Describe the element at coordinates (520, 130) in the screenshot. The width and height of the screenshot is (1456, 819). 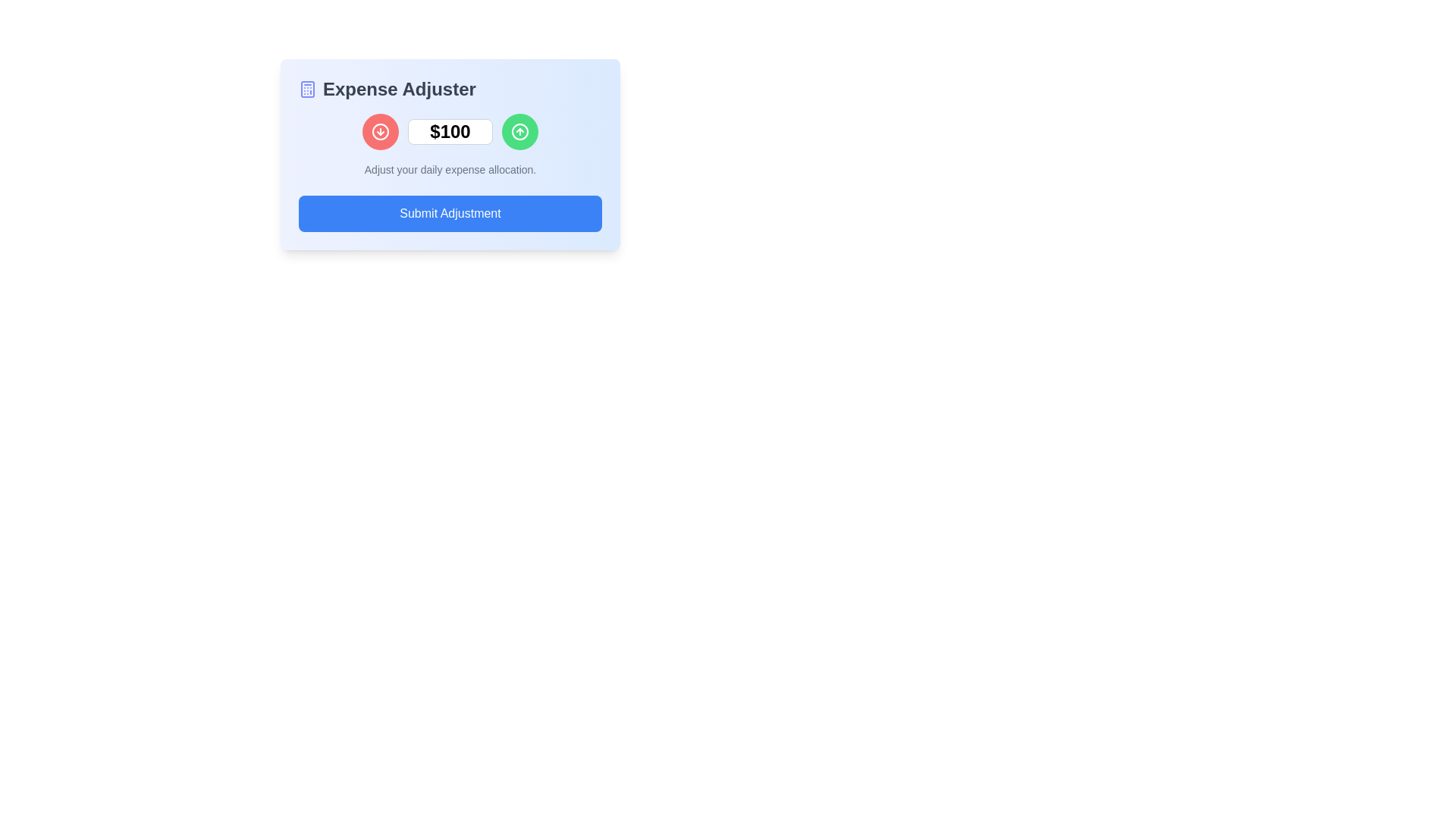
I see `the rightmost button with a green background containing an upward arrow icon to observe visual feedback` at that location.